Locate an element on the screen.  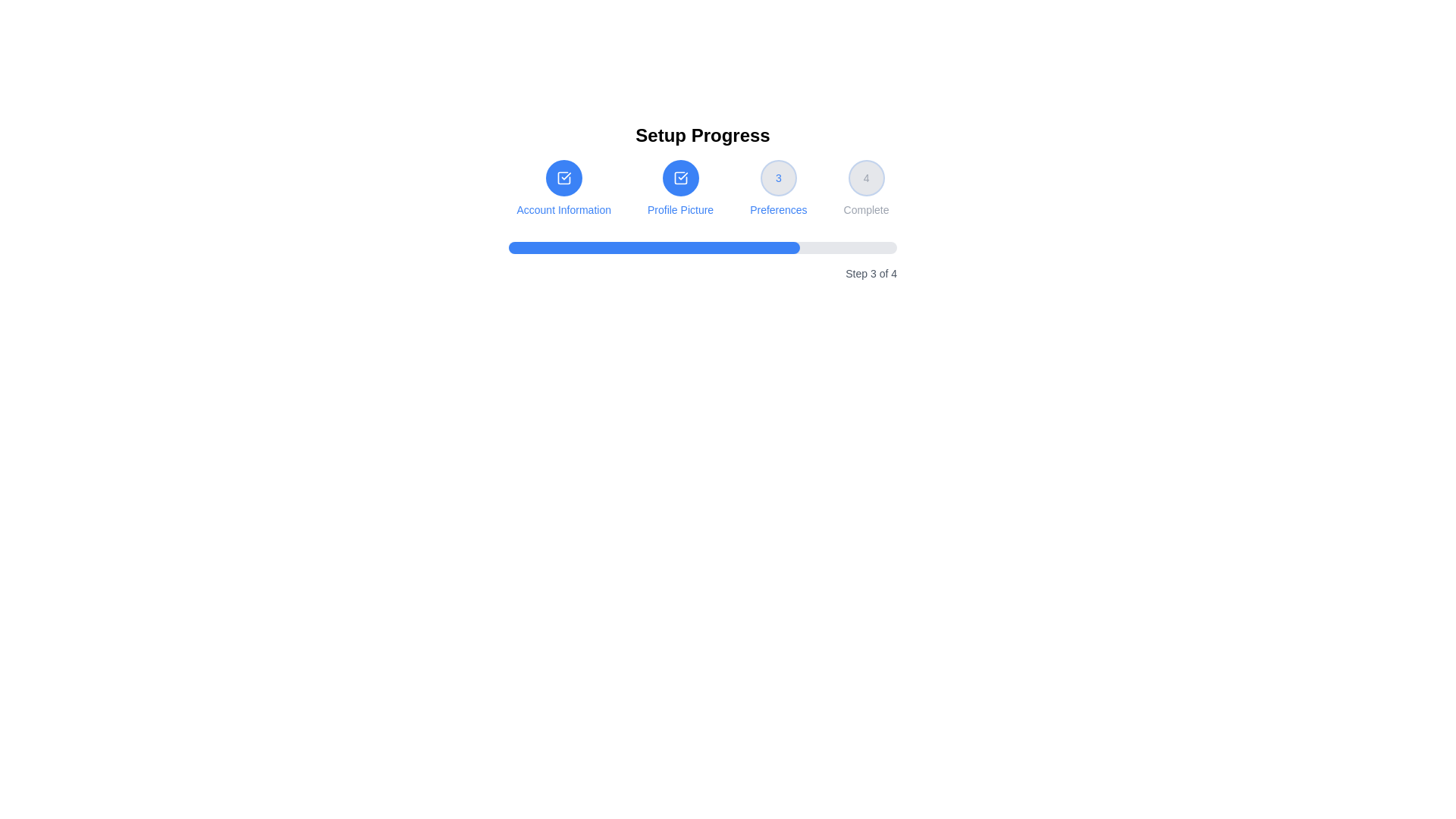
the horizontal progress bar located centrally below the title 'Setup Progress', which has a gray background and a blue filled portion representing progress is located at coordinates (701, 247).